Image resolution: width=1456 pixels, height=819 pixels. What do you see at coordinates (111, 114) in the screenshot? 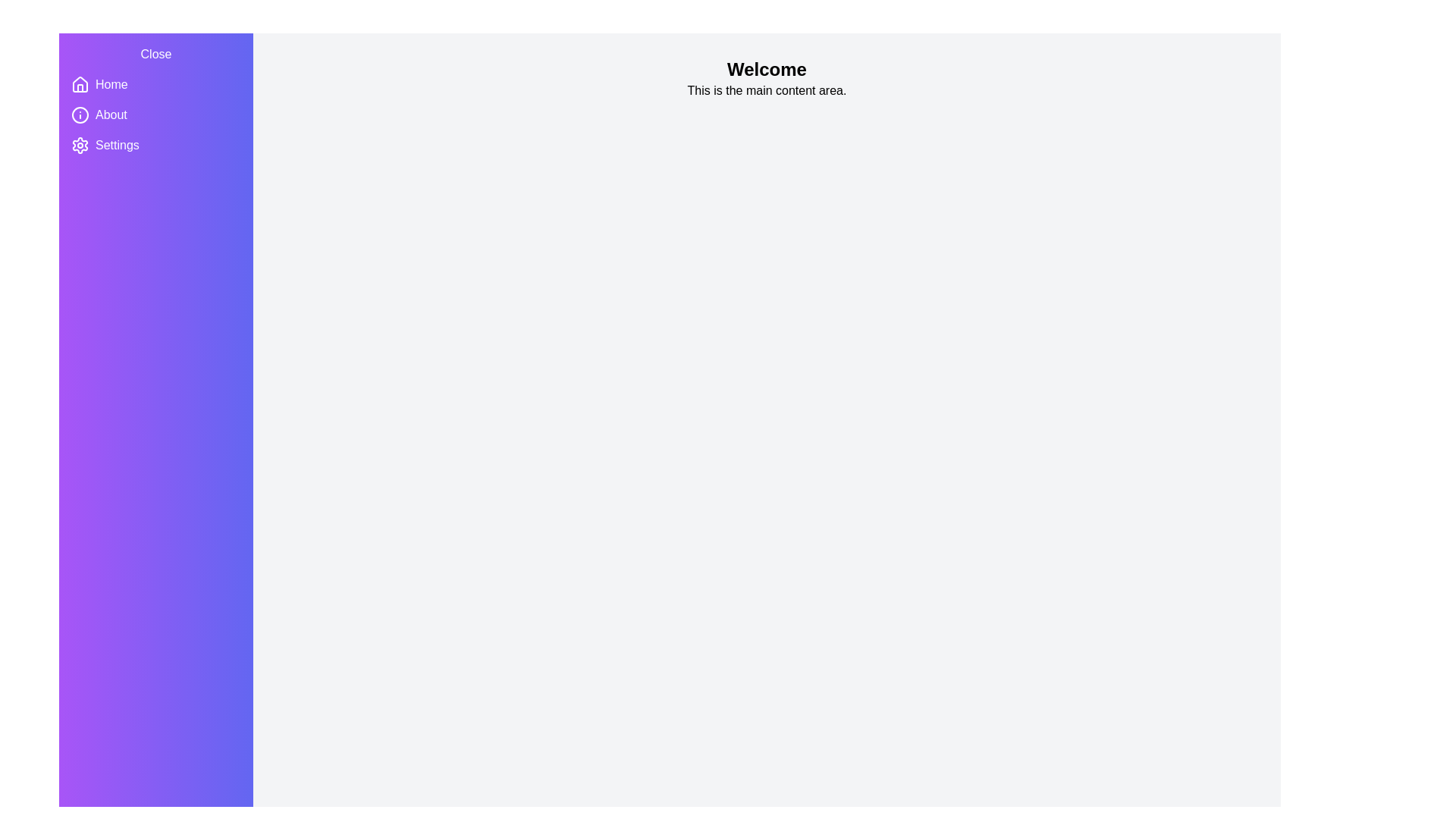
I see `the About item in the drawer to navigate to the respective section` at bounding box center [111, 114].